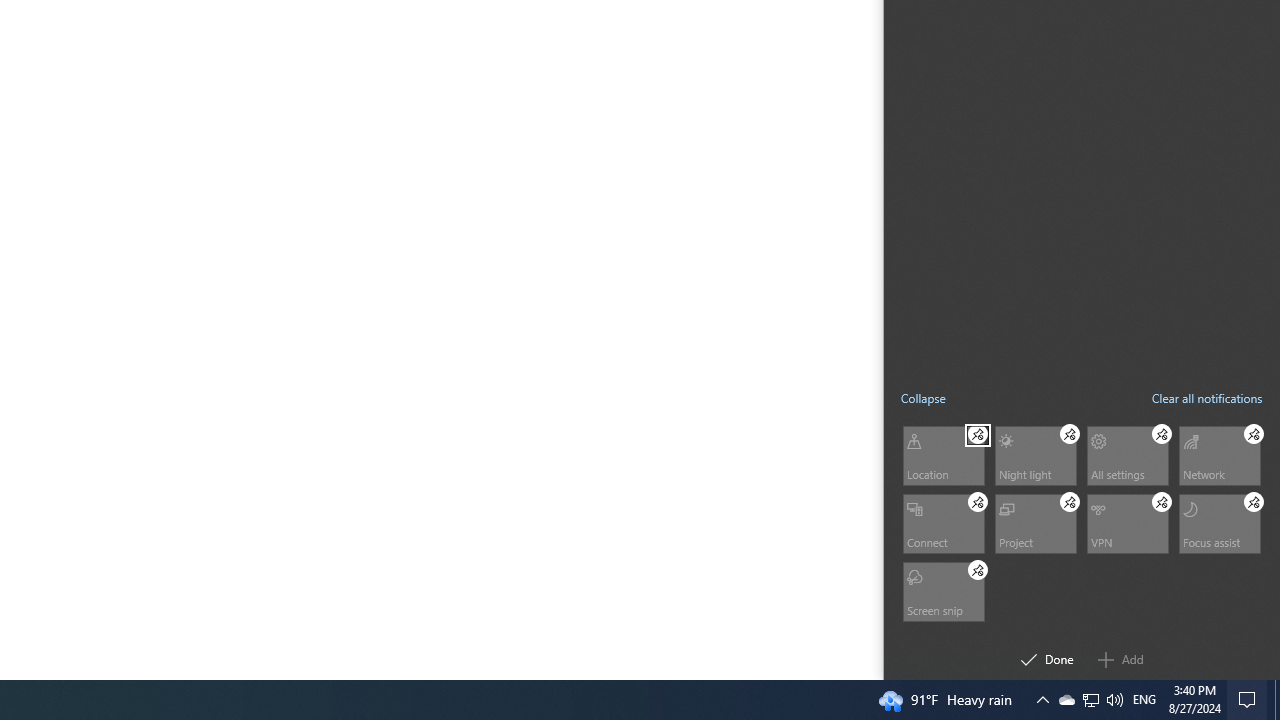 The image size is (1280, 720). What do you see at coordinates (1034, 522) in the screenshot?
I see `'Project'` at bounding box center [1034, 522].